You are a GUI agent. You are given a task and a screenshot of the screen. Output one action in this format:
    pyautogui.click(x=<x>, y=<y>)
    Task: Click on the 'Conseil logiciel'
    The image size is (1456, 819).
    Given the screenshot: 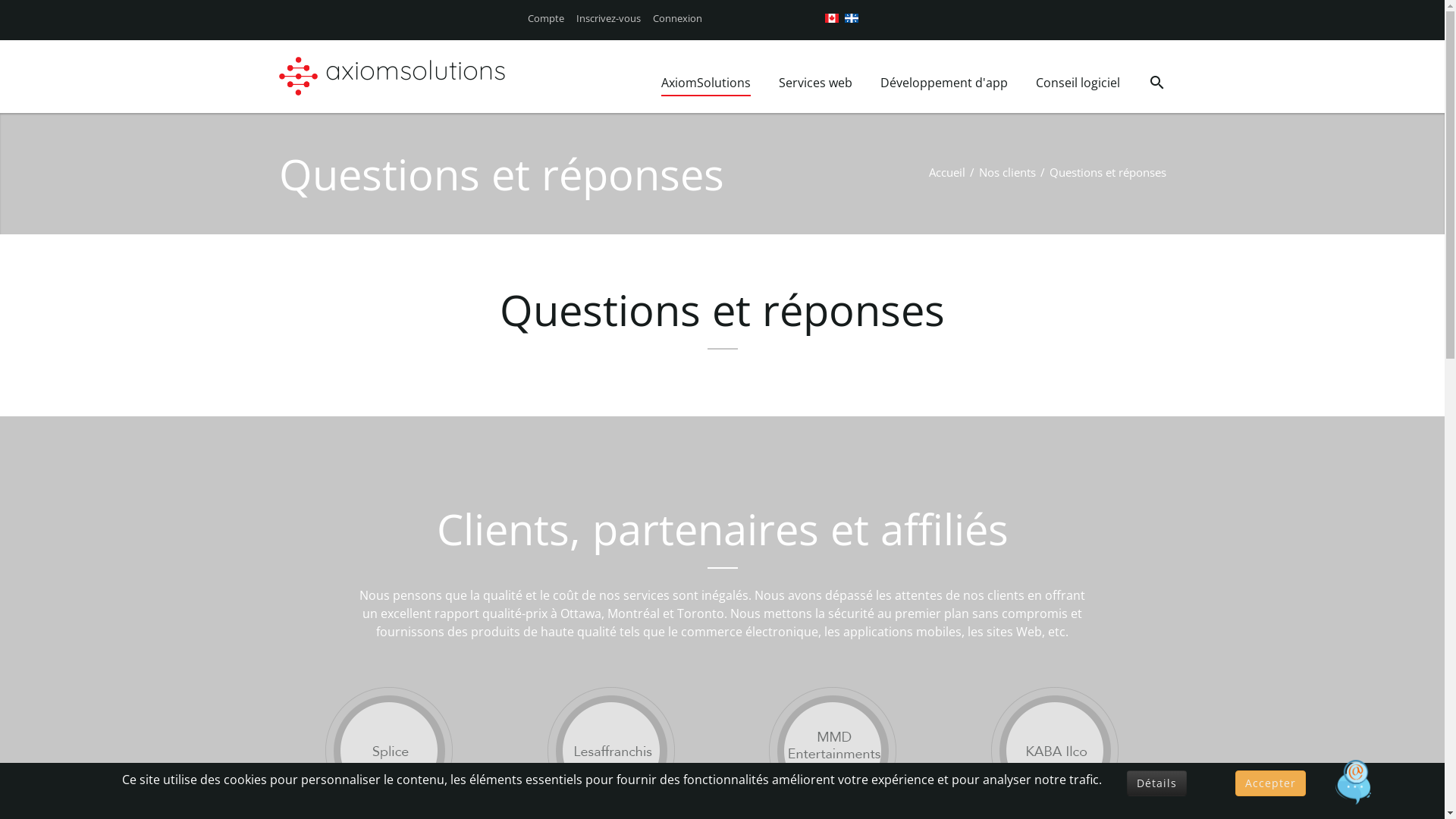 What is the action you would take?
    pyautogui.click(x=1035, y=84)
    